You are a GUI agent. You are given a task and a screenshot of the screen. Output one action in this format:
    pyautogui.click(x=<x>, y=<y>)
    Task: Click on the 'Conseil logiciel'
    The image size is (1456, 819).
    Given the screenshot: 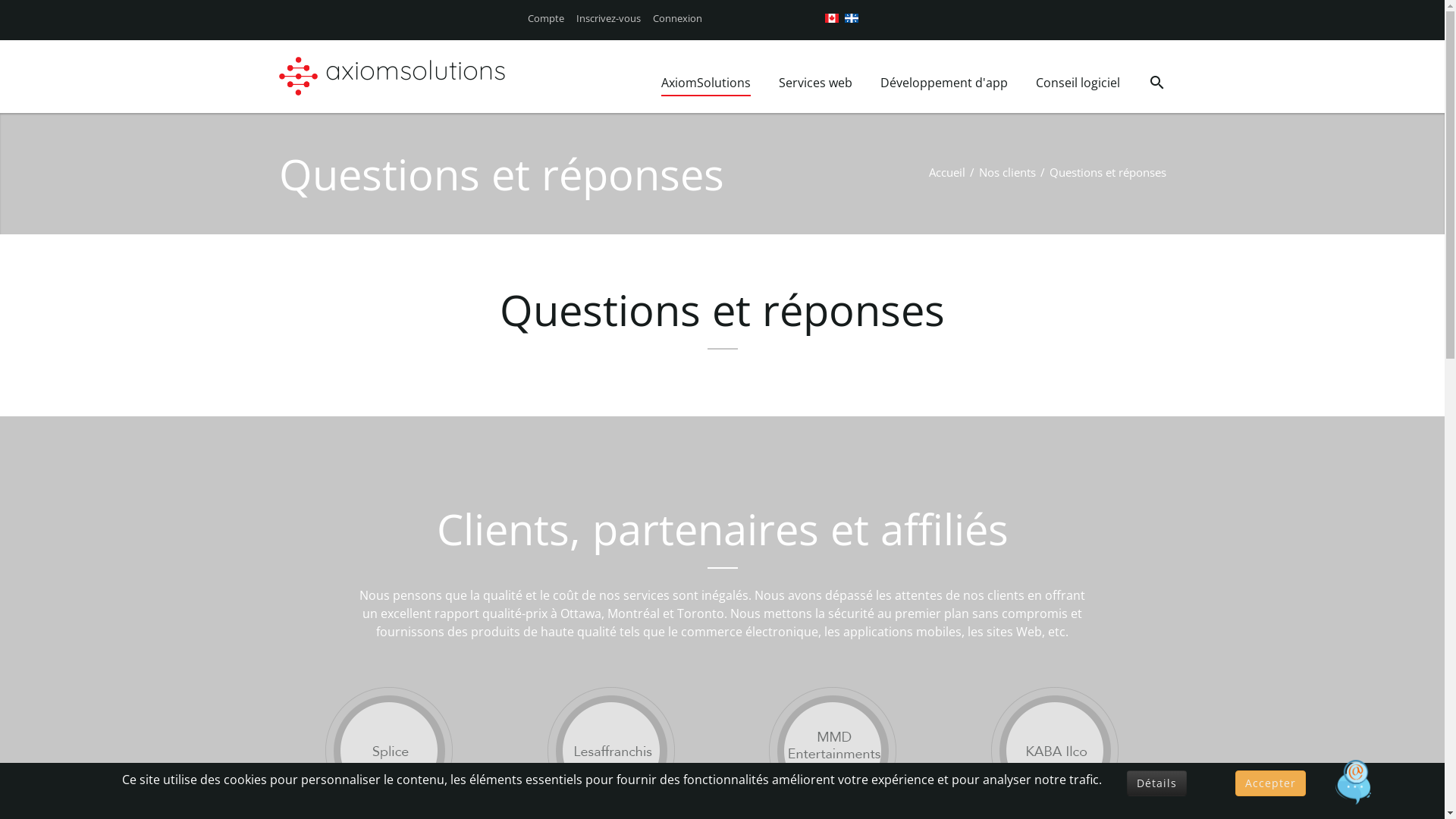 What is the action you would take?
    pyautogui.click(x=1035, y=84)
    